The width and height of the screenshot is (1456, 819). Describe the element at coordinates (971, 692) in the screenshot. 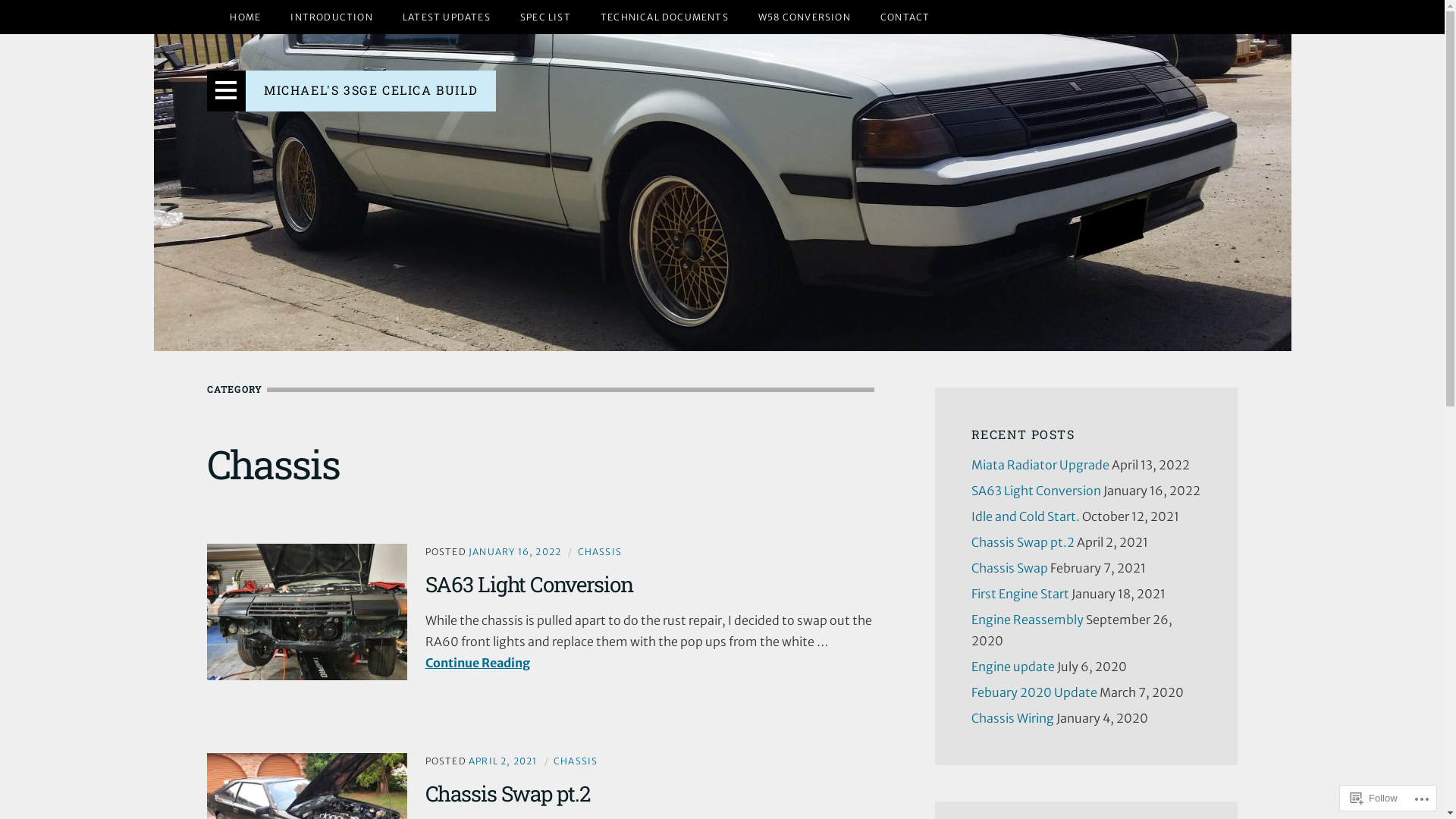

I see `'Febuary 2020 Update'` at that location.